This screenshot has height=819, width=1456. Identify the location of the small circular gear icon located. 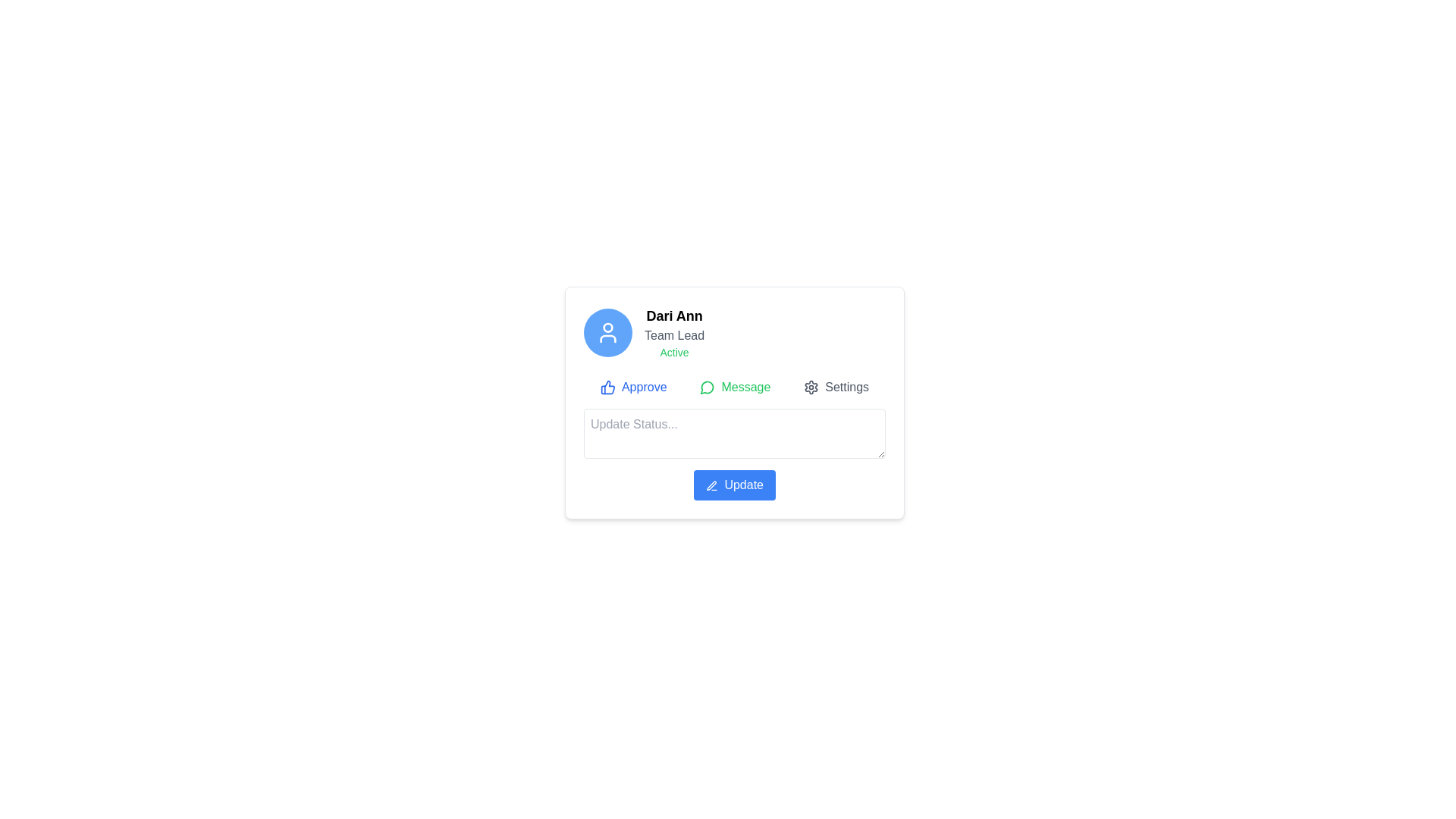
(811, 386).